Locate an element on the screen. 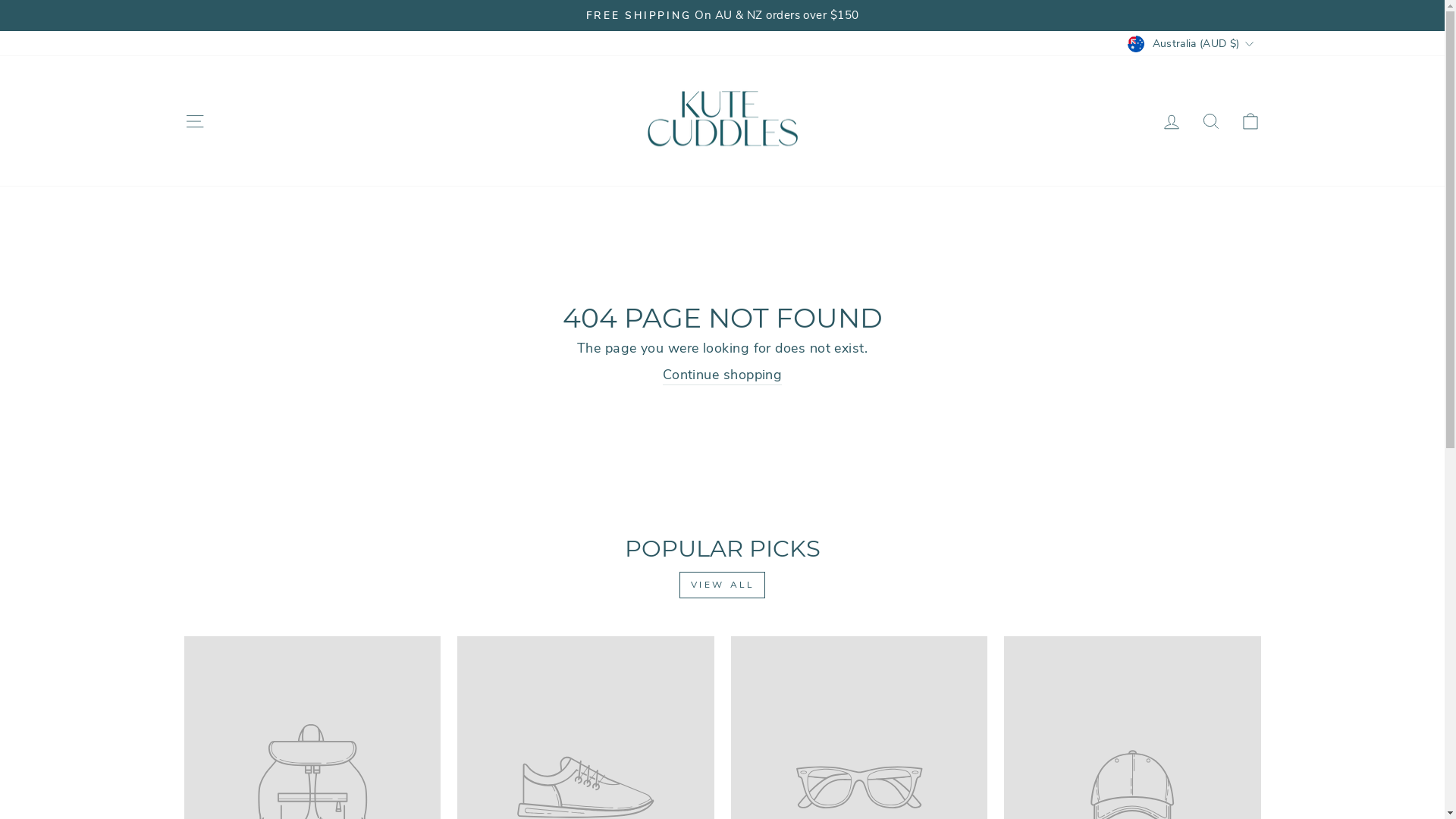 This screenshot has width=1456, height=819. 'VIEW ALL' is located at coordinates (722, 584).